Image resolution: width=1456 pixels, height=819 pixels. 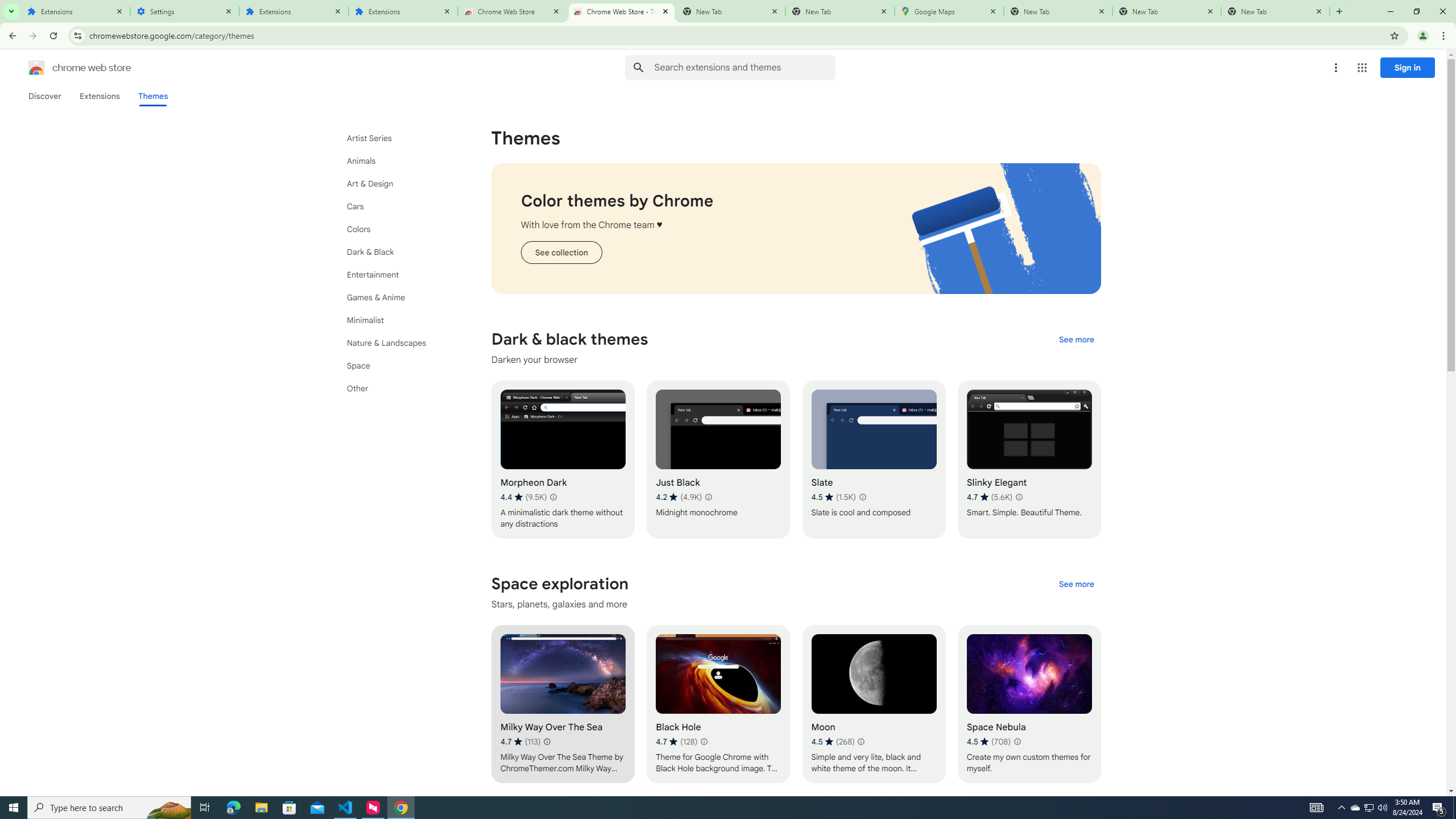 What do you see at coordinates (677, 497) in the screenshot?
I see `'Average rating 4.2 out of 5 stars. 4.9K ratings.'` at bounding box center [677, 497].